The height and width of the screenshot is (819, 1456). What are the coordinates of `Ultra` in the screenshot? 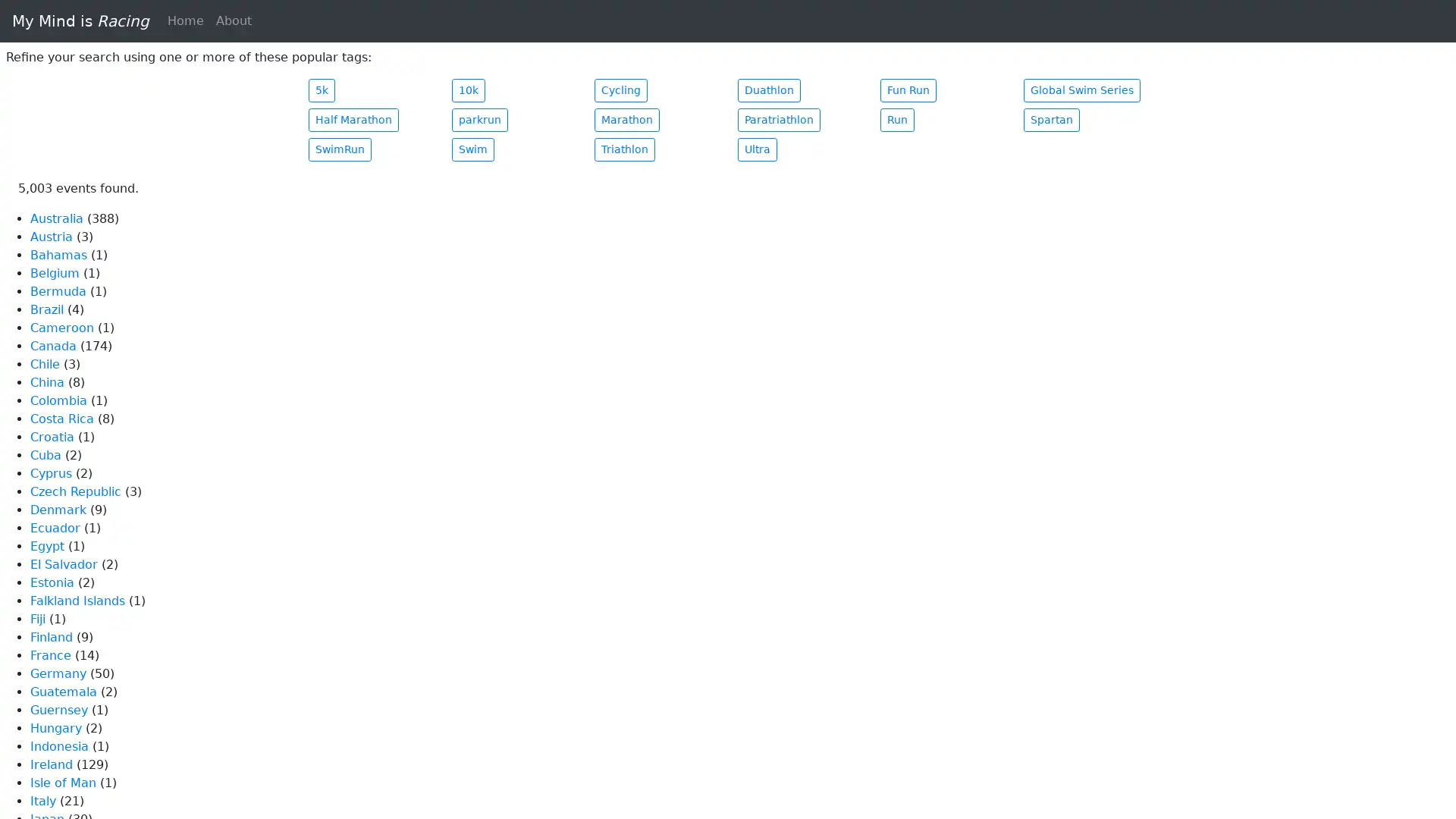 It's located at (757, 149).